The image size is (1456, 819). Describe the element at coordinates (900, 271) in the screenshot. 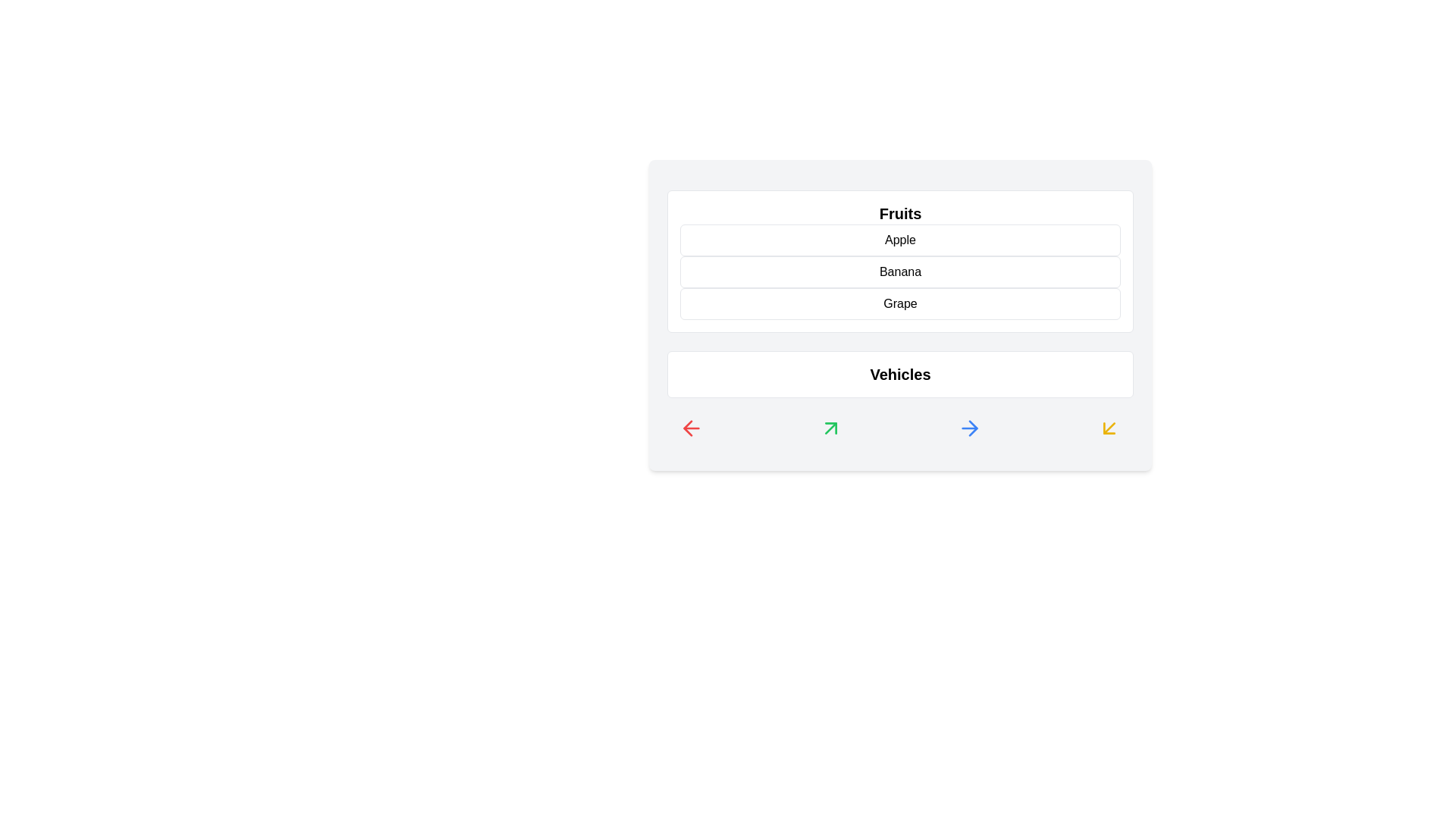

I see `the item Banana in the list to highlight it` at that location.